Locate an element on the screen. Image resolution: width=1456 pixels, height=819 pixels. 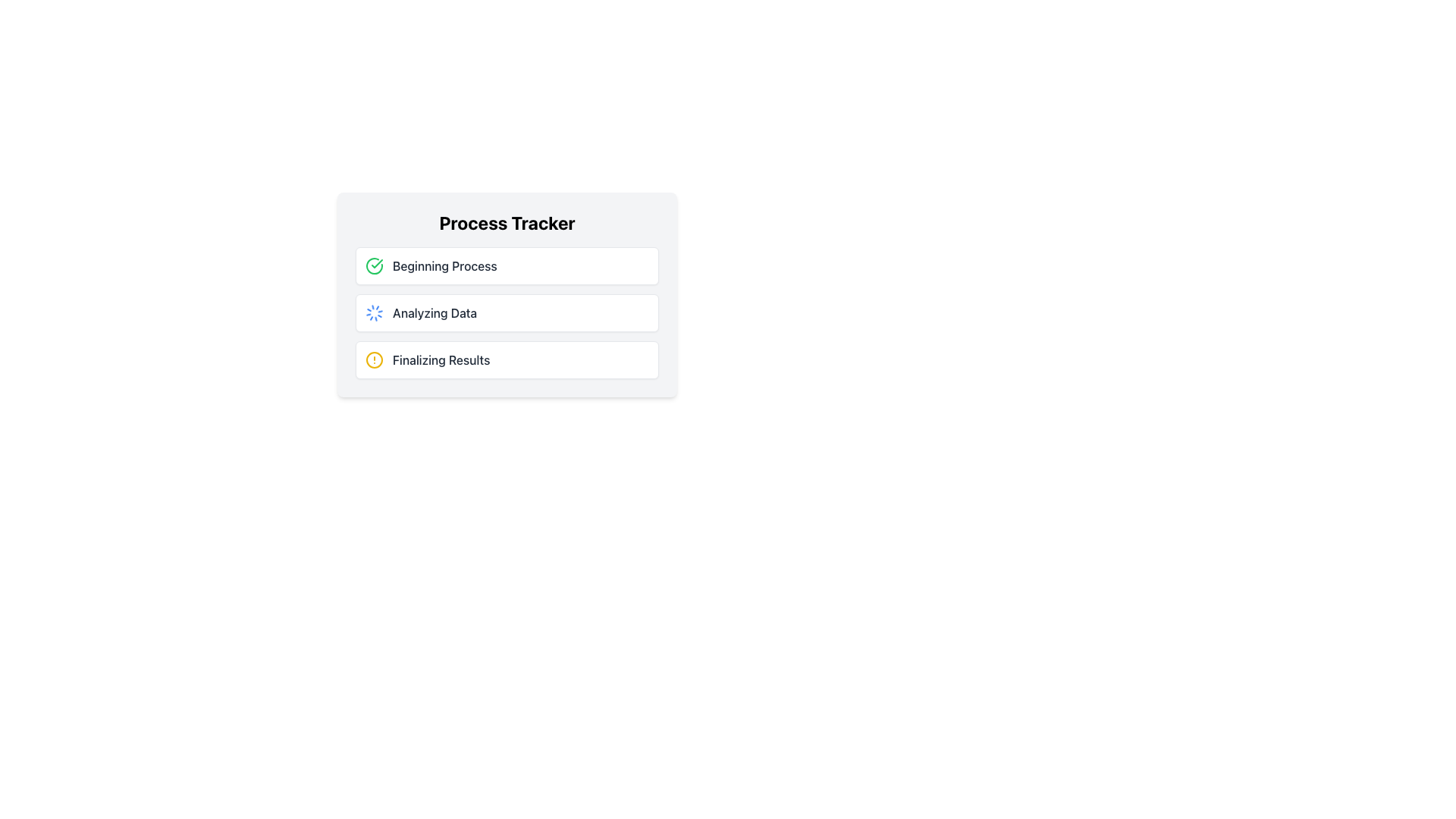
the status of the caution icon positioned to the left of the 'Finalizing Results' text in the third row of the vertical list under the 'Process Tracker' header is located at coordinates (375, 359).